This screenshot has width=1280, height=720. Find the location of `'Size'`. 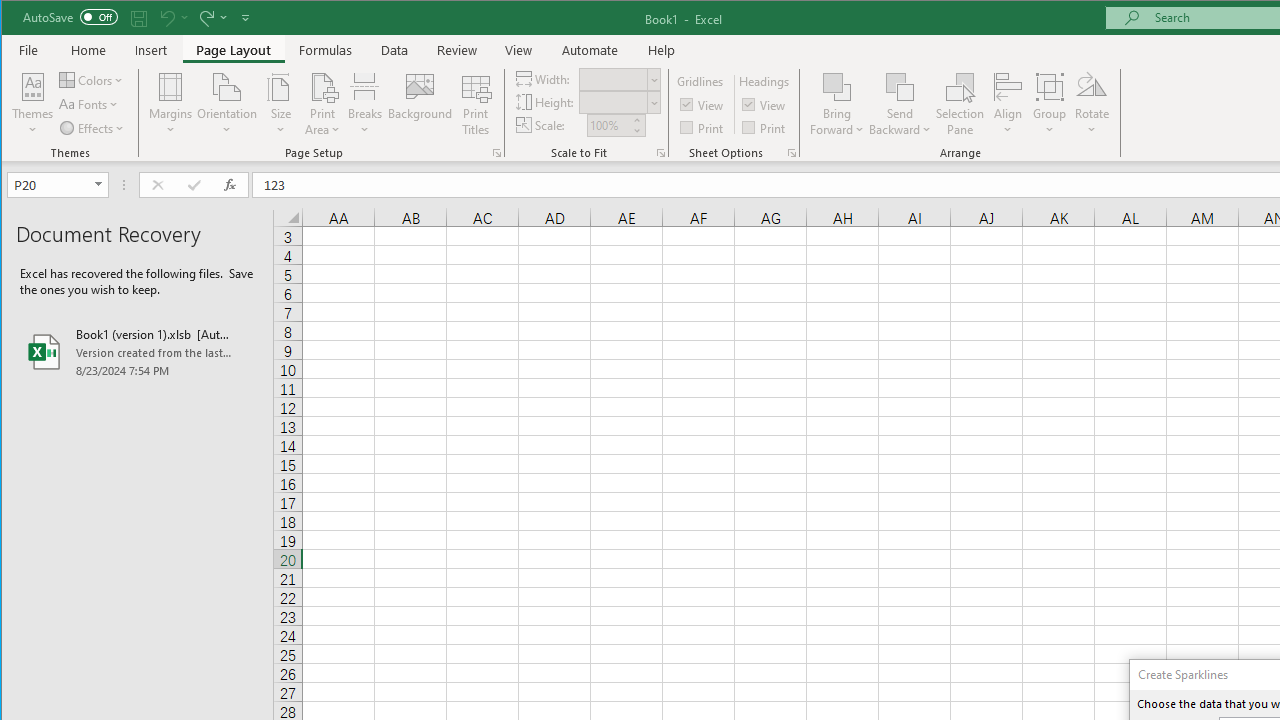

'Size' is located at coordinates (279, 104).